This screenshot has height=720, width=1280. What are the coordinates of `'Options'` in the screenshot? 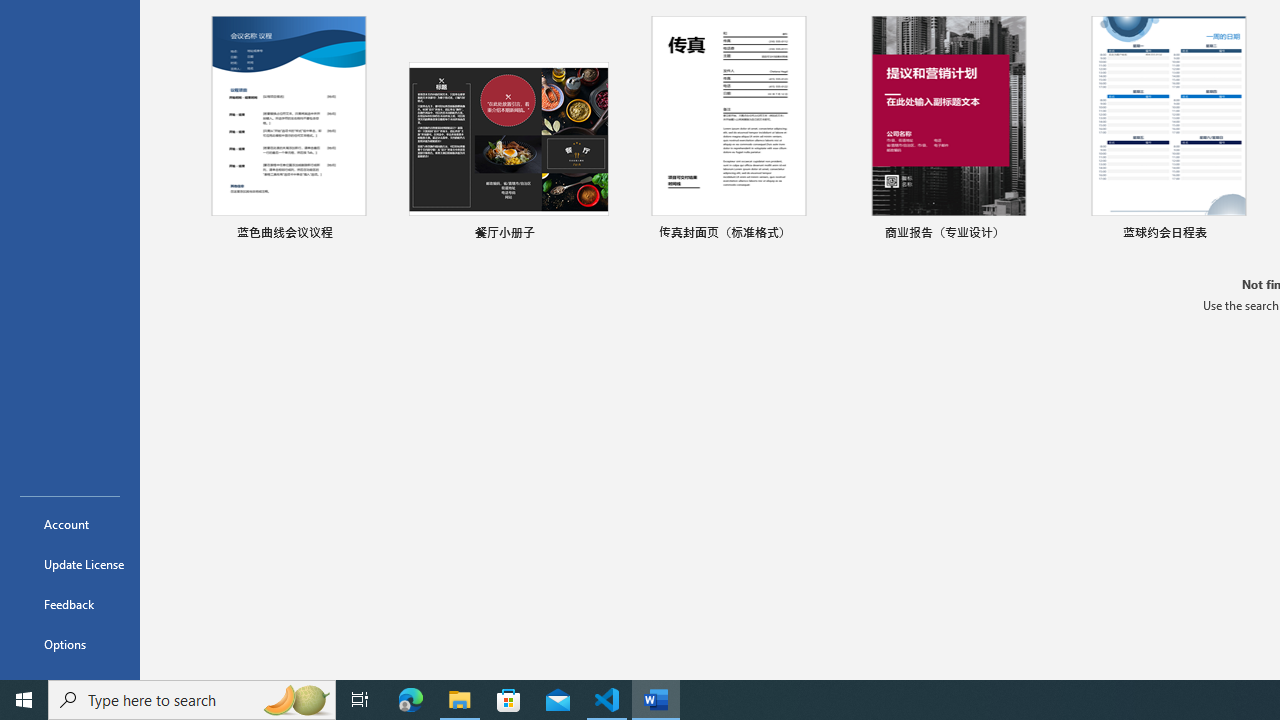 It's located at (69, 644).